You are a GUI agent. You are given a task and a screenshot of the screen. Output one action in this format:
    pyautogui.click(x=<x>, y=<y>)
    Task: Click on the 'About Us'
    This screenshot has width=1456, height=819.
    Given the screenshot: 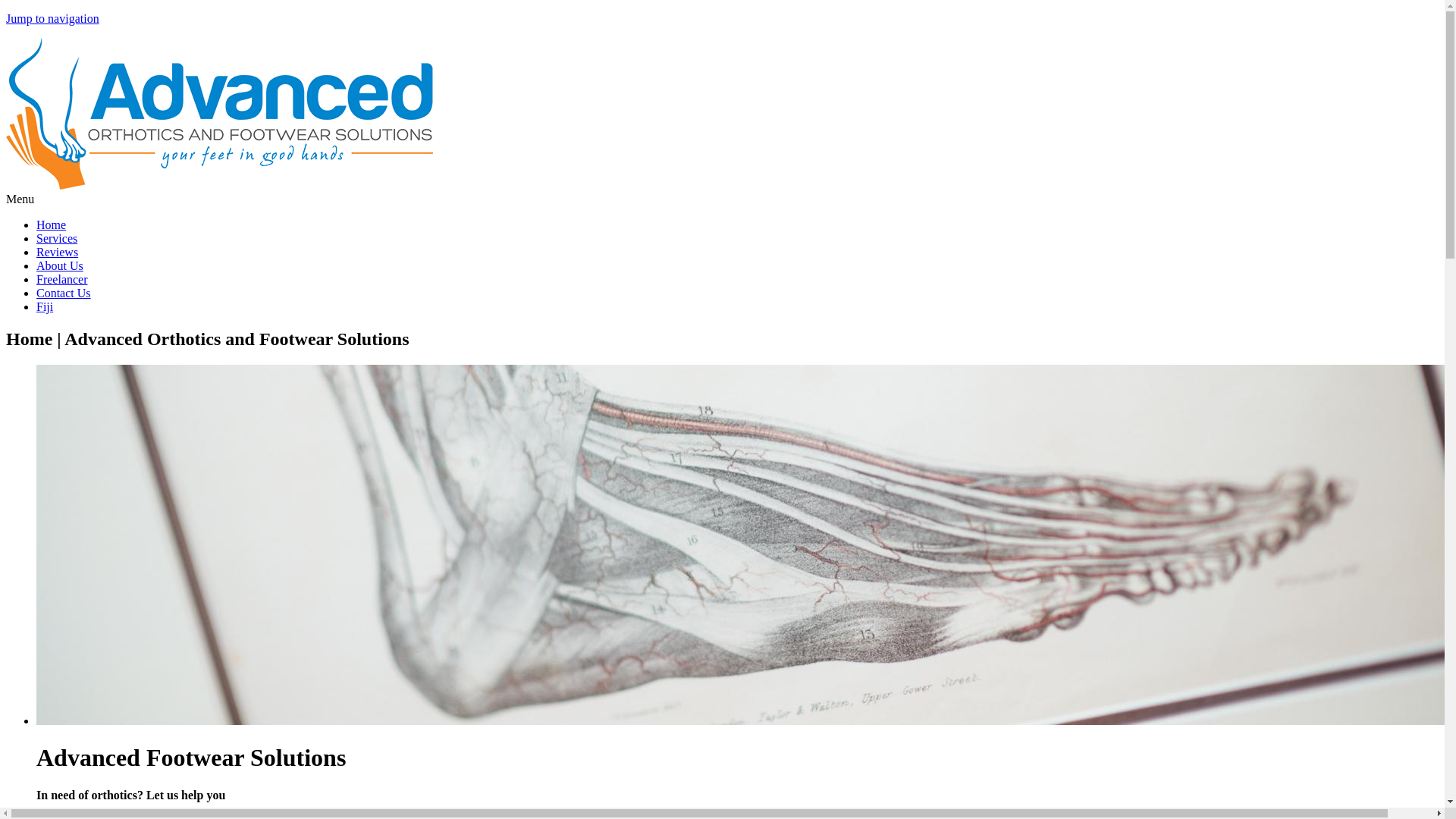 What is the action you would take?
    pyautogui.click(x=59, y=265)
    